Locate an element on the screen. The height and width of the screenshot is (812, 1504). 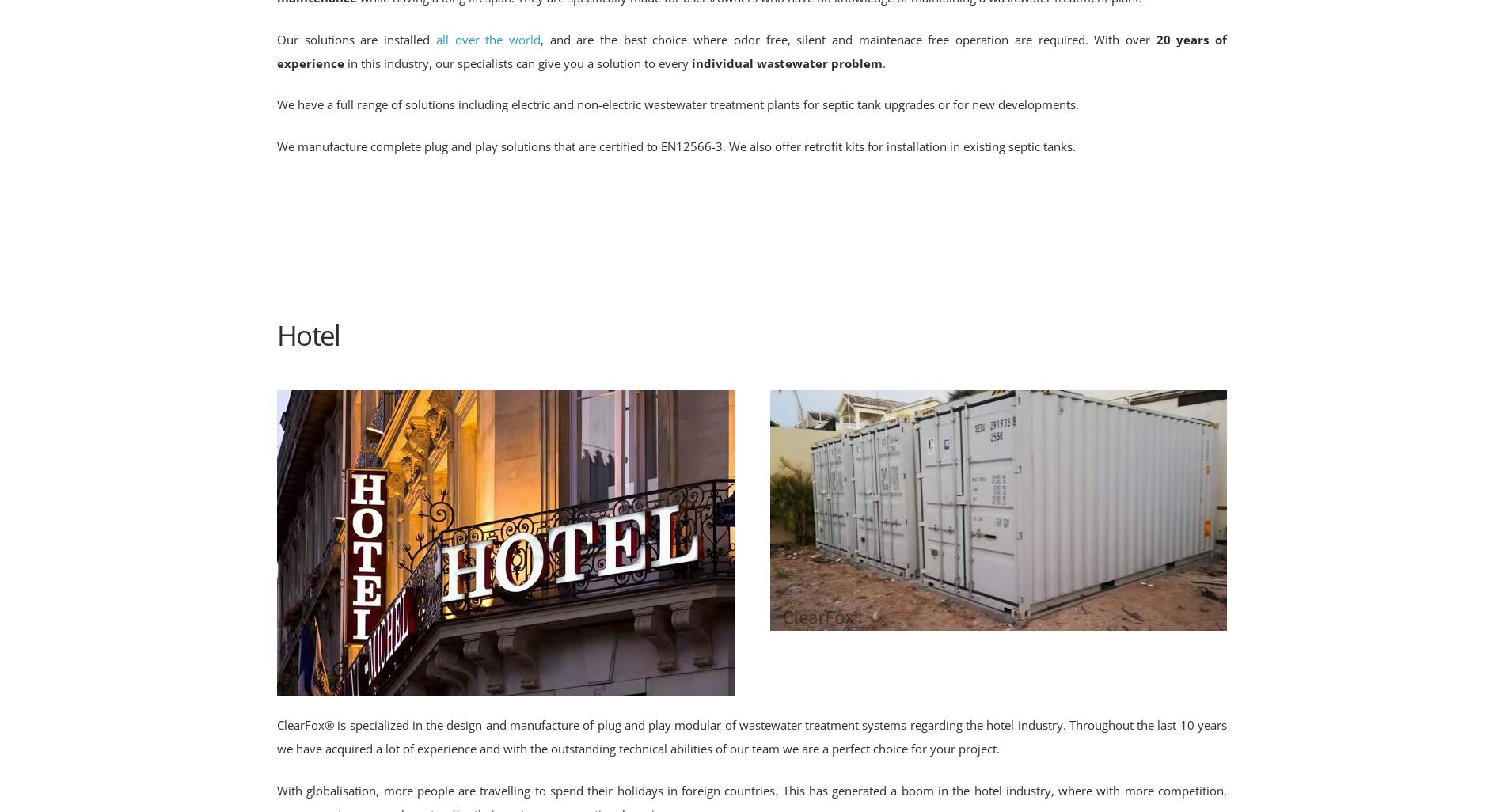
'Hotel' is located at coordinates (275, 334).